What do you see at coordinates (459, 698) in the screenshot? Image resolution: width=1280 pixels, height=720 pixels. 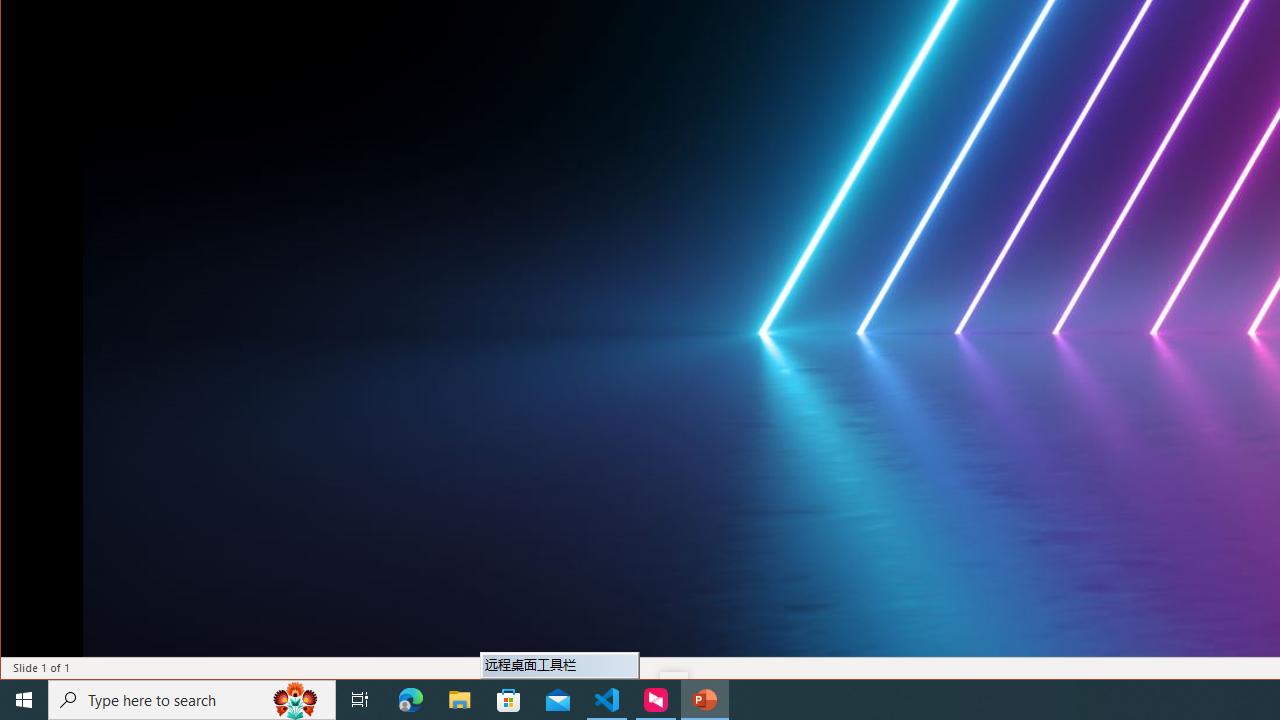 I see `'File Explorer'` at bounding box center [459, 698].